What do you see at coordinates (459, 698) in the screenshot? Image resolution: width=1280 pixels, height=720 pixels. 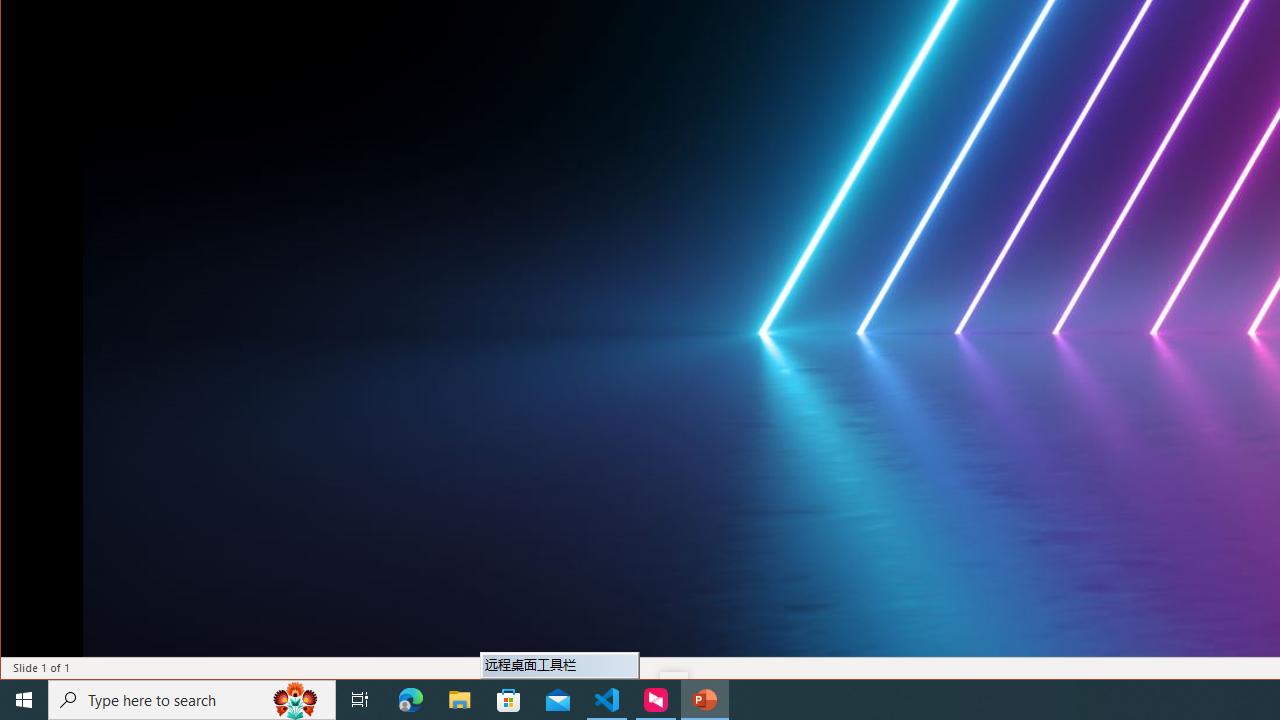 I see `'File Explorer'` at bounding box center [459, 698].